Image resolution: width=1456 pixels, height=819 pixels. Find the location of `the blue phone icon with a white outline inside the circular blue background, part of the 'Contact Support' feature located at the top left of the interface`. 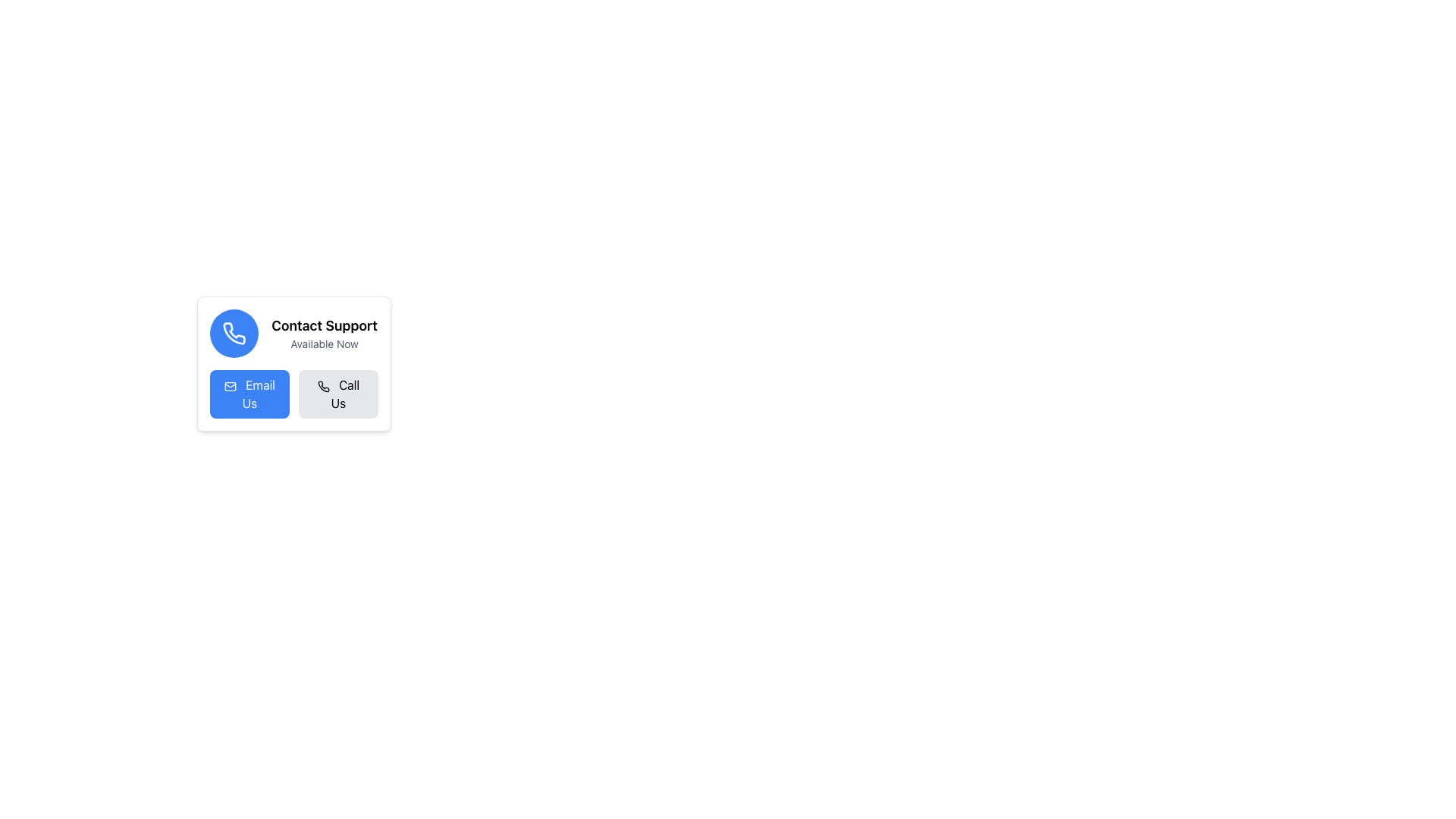

the blue phone icon with a white outline inside the circular blue background, part of the 'Contact Support' feature located at the top left of the interface is located at coordinates (234, 332).